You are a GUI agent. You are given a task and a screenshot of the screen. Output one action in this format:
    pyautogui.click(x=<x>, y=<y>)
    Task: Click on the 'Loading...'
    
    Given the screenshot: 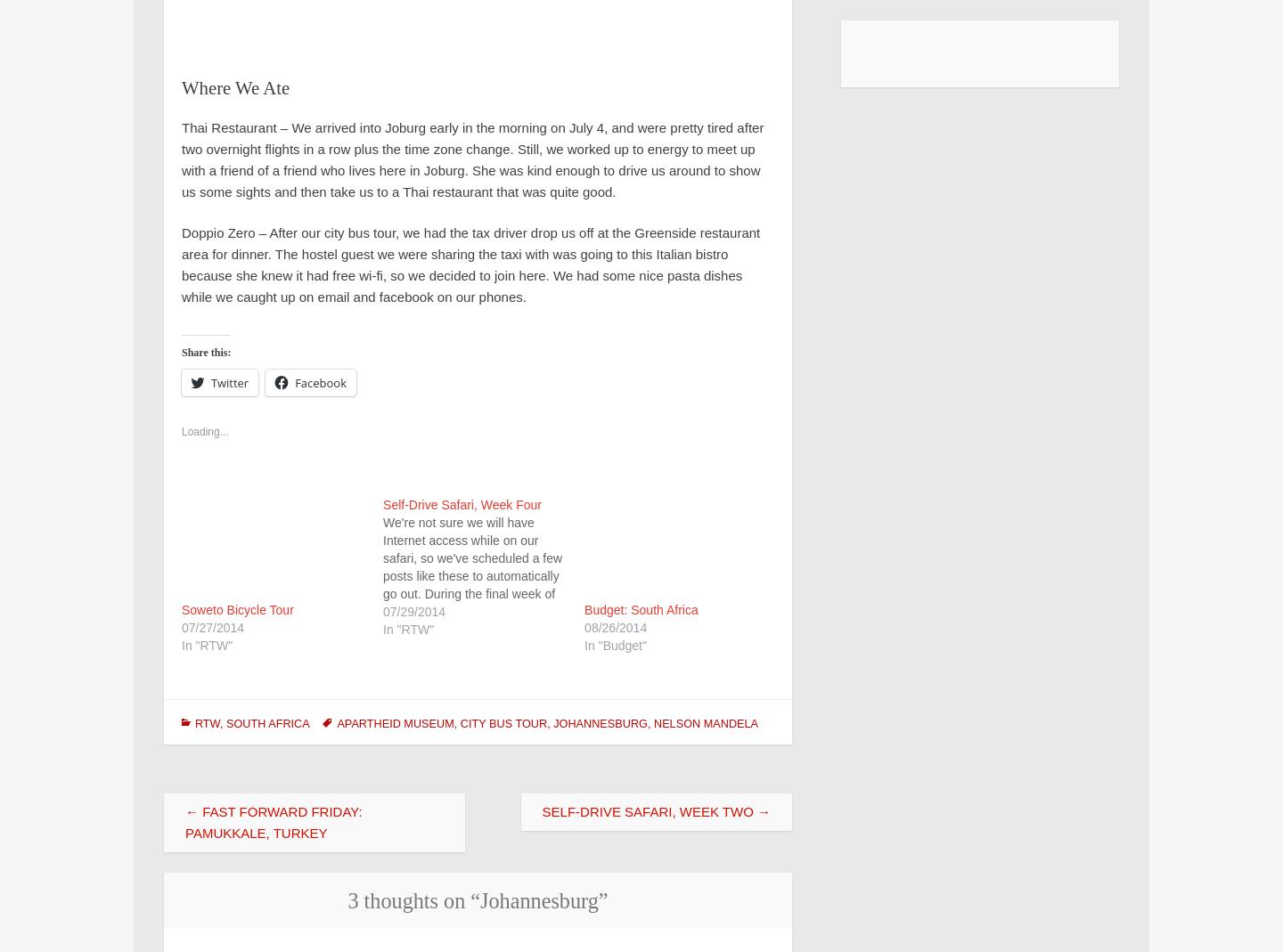 What is the action you would take?
    pyautogui.click(x=182, y=431)
    